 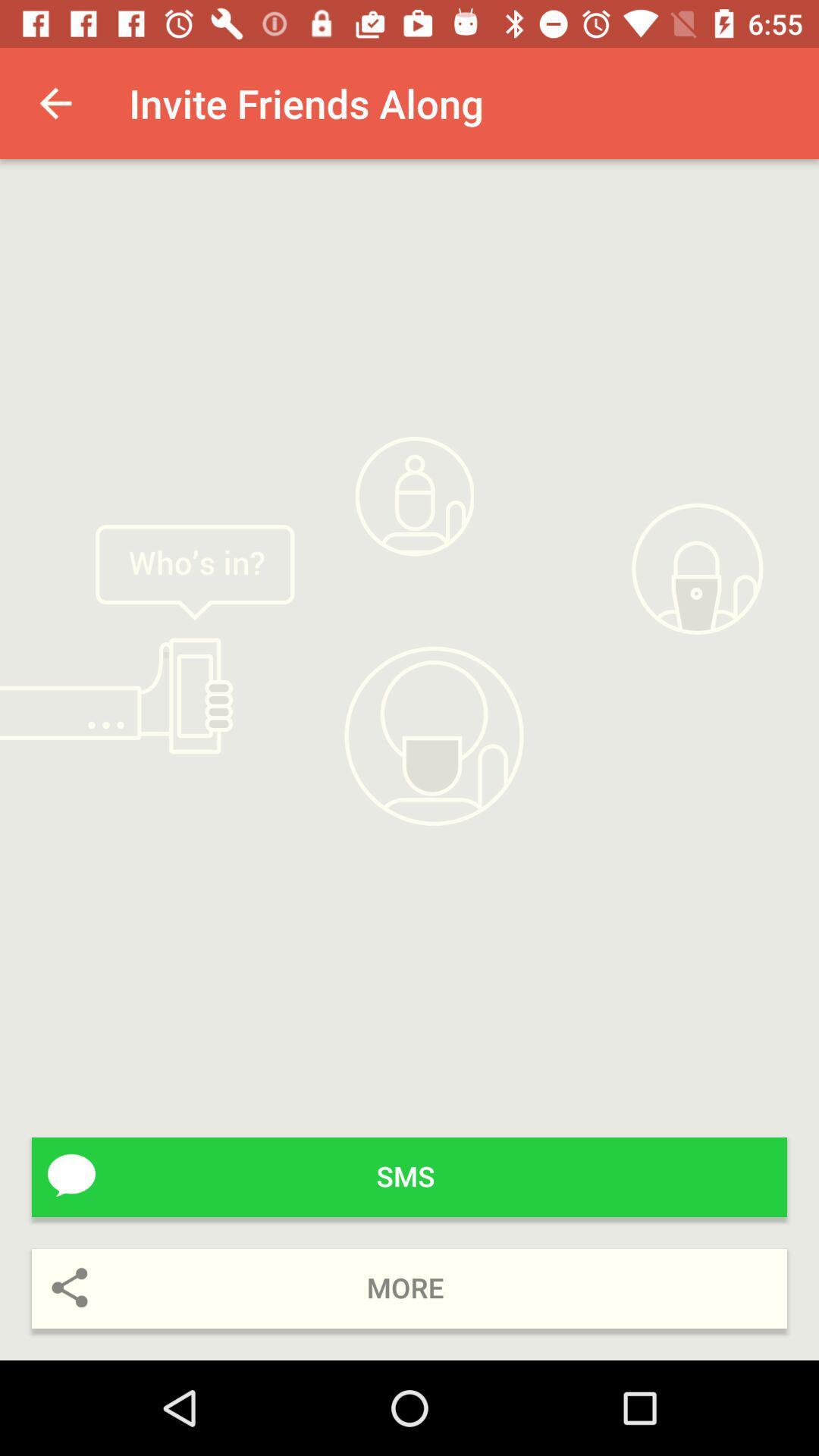 What do you see at coordinates (409, 1176) in the screenshot?
I see `the sms` at bounding box center [409, 1176].